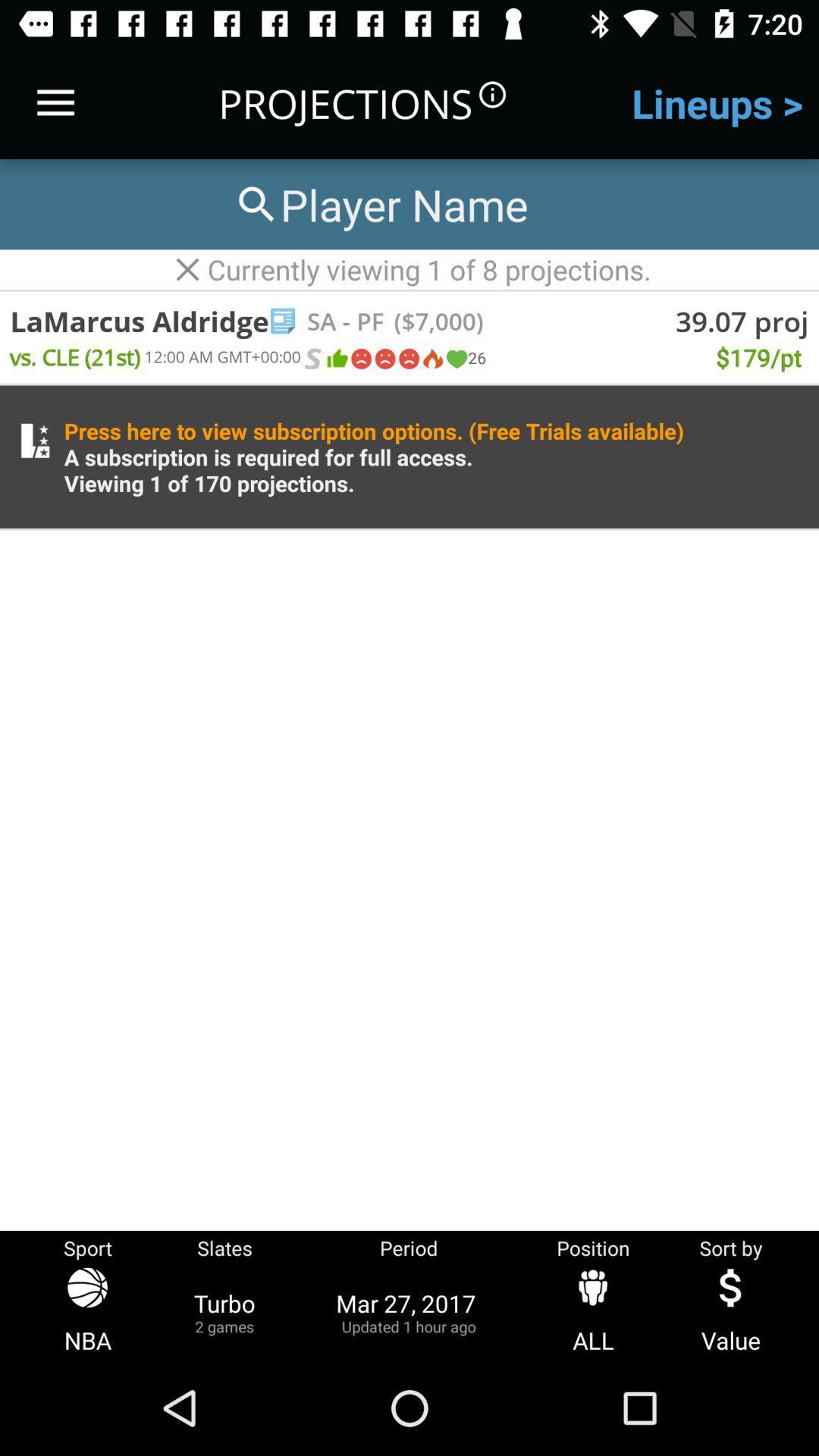 This screenshot has width=819, height=1456. Describe the element at coordinates (283, 320) in the screenshot. I see `the file icon on the left side of the lamarcus aldridge` at that location.